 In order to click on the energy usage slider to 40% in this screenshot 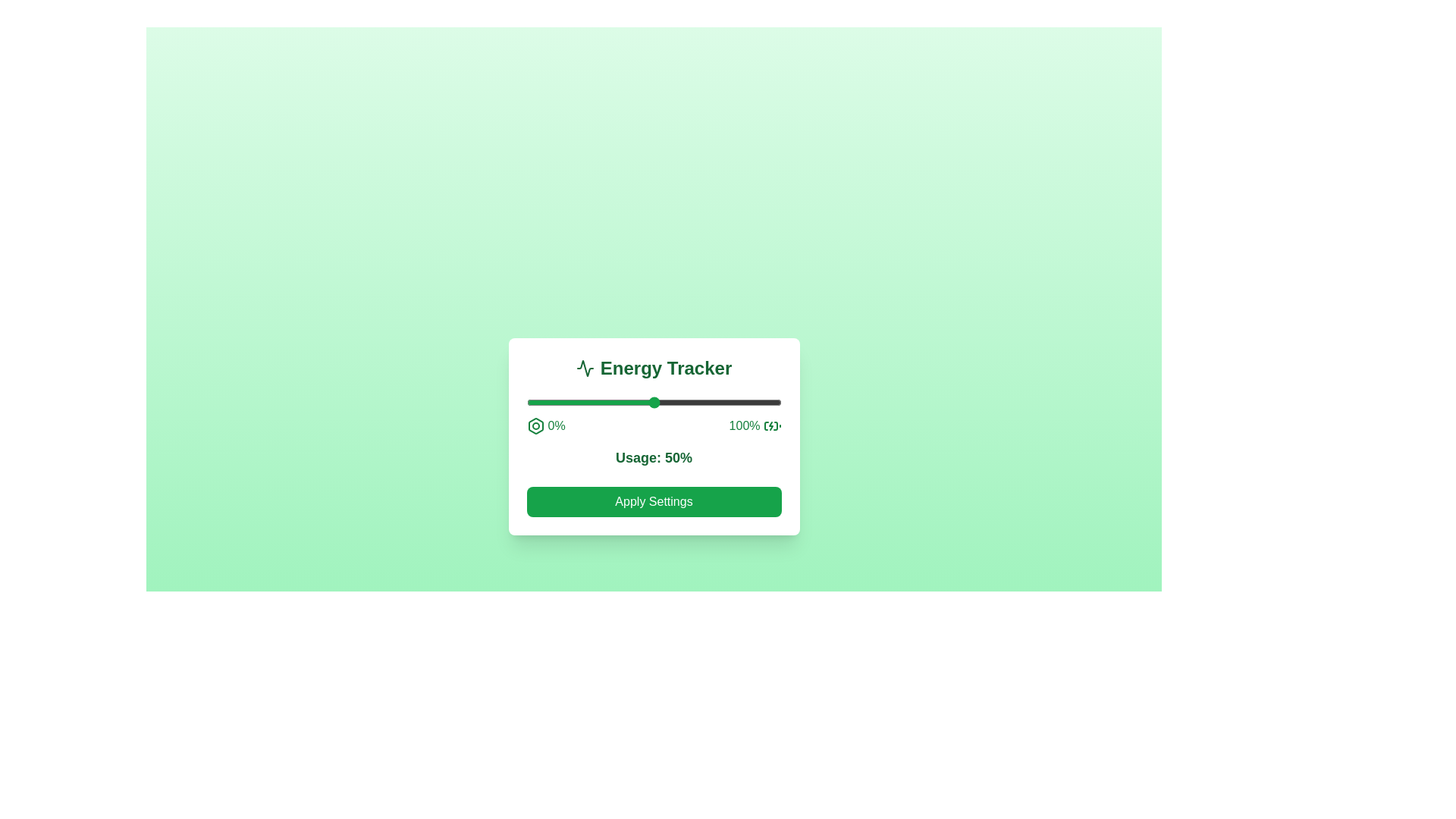, I will do `click(628, 402)`.